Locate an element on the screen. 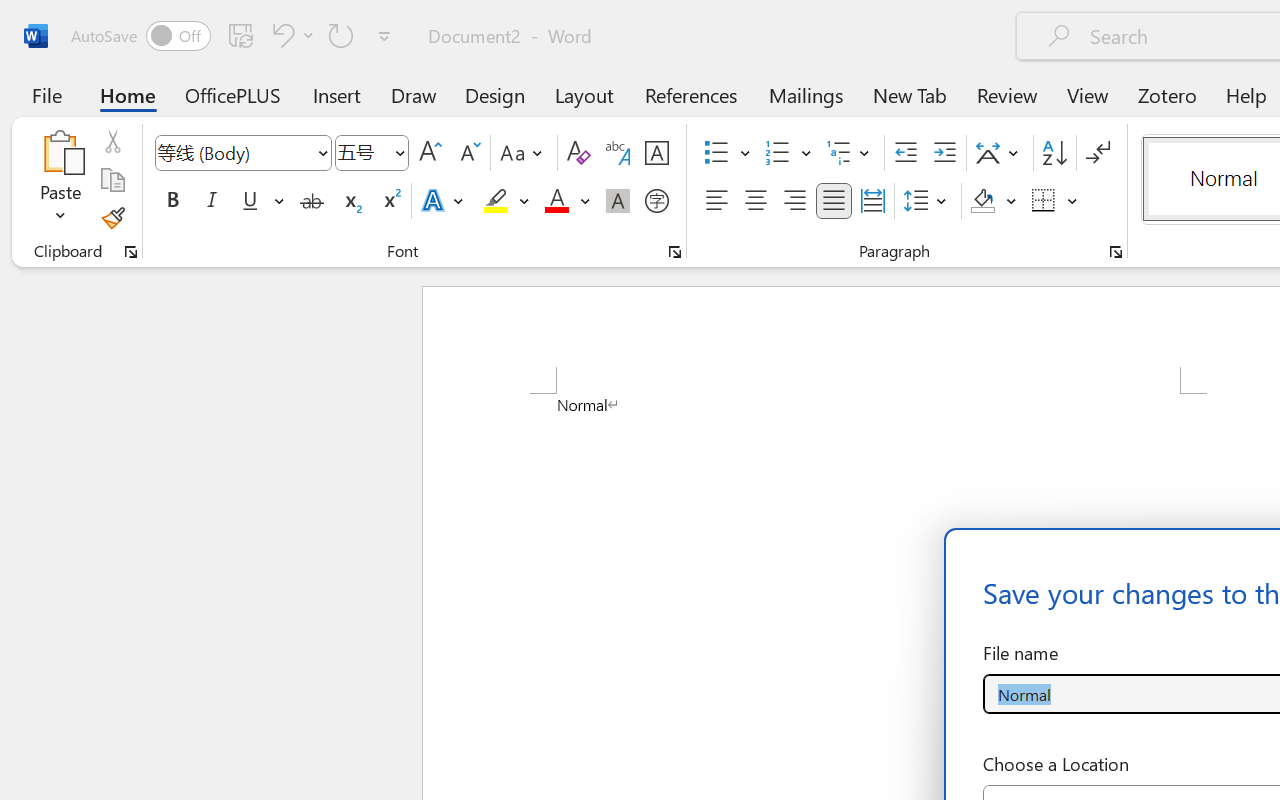 Image resolution: width=1280 pixels, height=800 pixels. 'Numbering' is located at coordinates (788, 153).